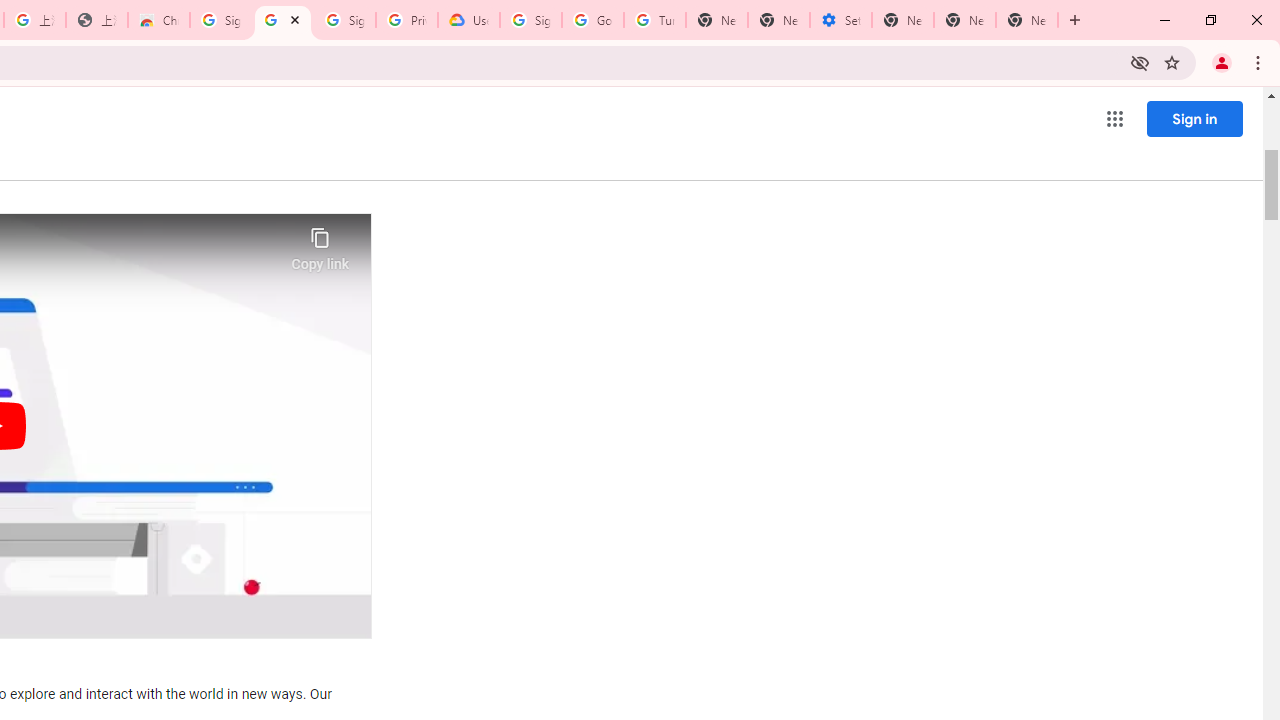  I want to click on 'Copy link', so click(320, 243).